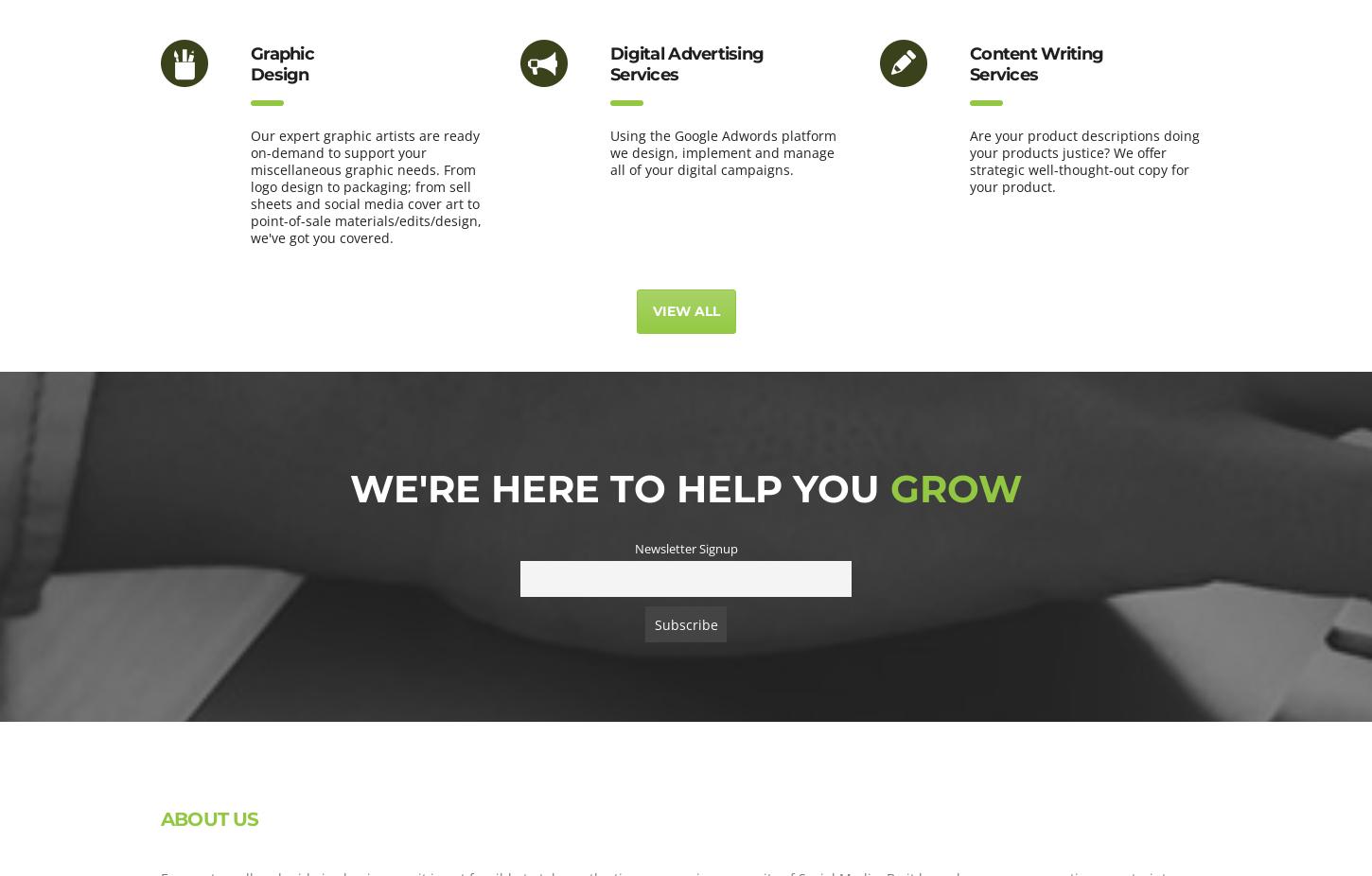 The width and height of the screenshot is (1372, 876). What do you see at coordinates (687, 53) in the screenshot?
I see `'Digital Advertising'` at bounding box center [687, 53].